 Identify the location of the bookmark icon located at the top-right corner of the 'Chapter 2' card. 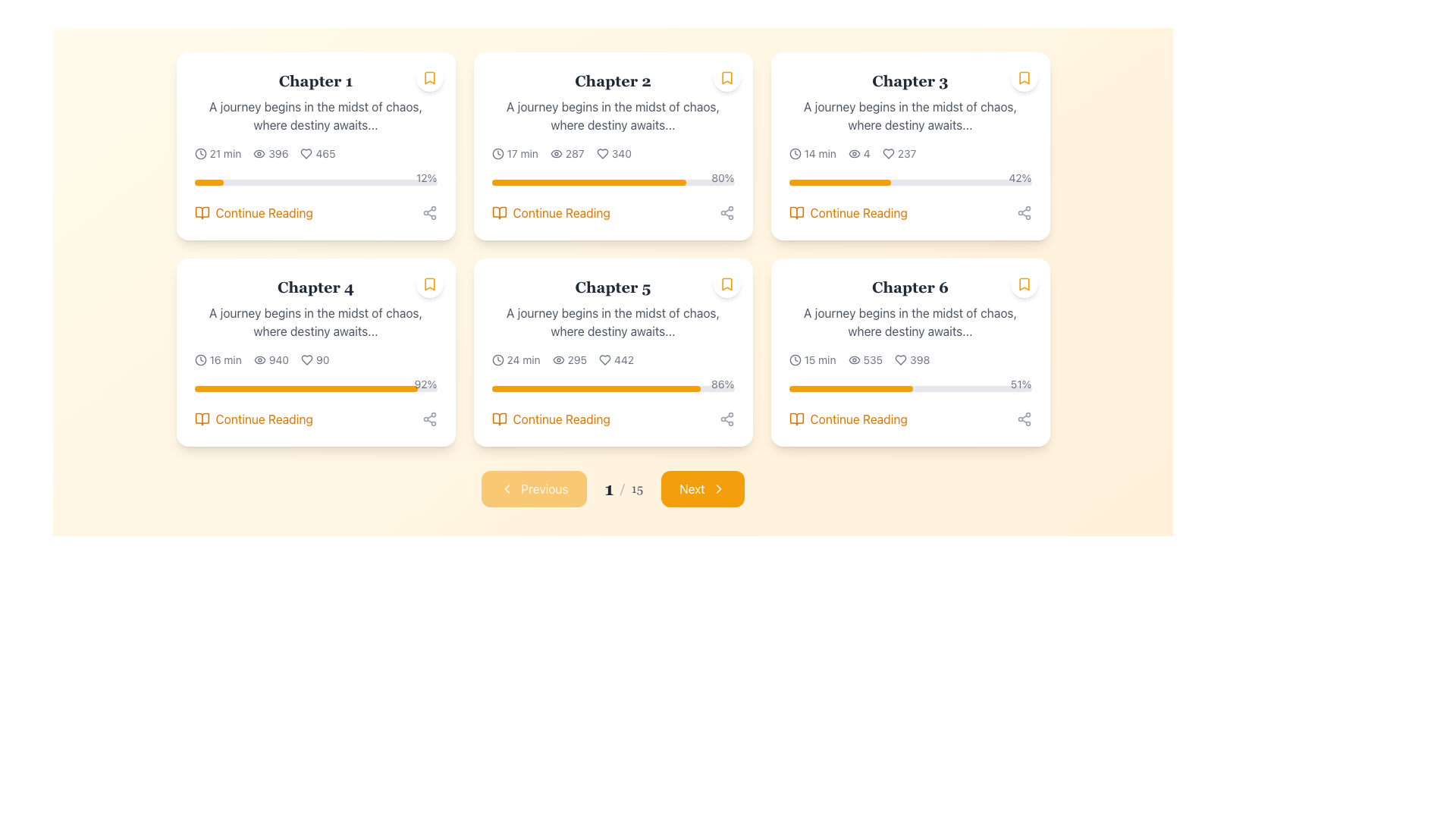
(726, 78).